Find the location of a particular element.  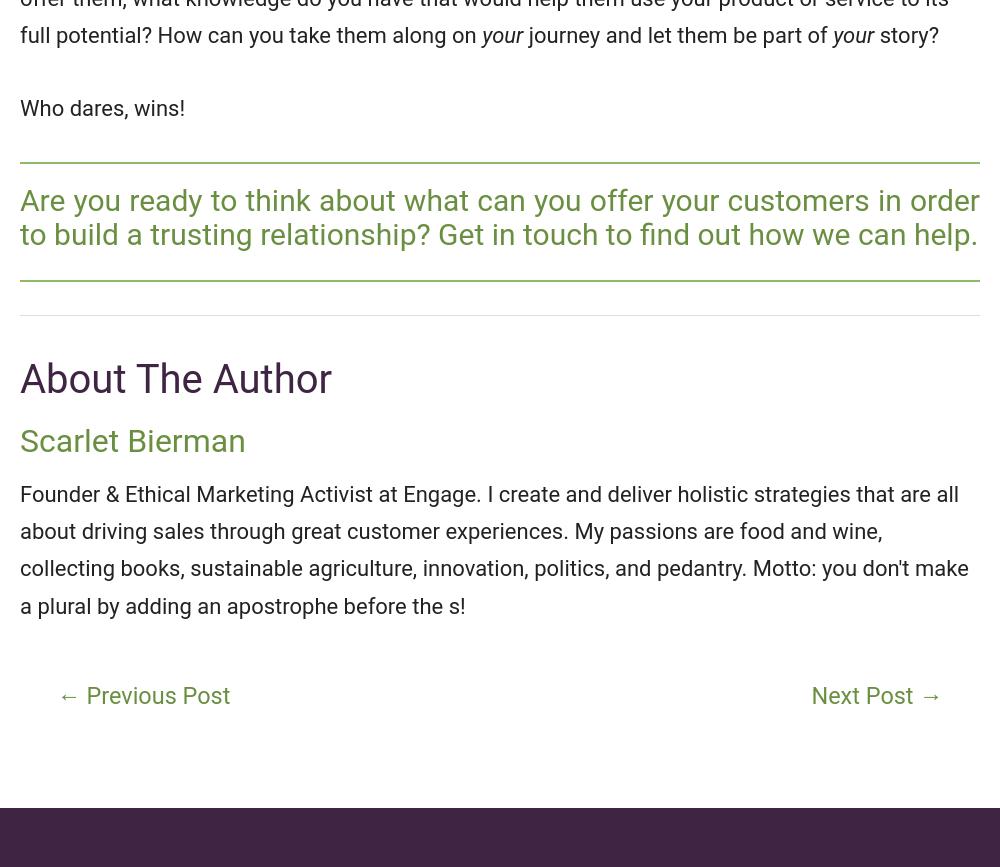

'Who dares, wins!' is located at coordinates (20, 107).